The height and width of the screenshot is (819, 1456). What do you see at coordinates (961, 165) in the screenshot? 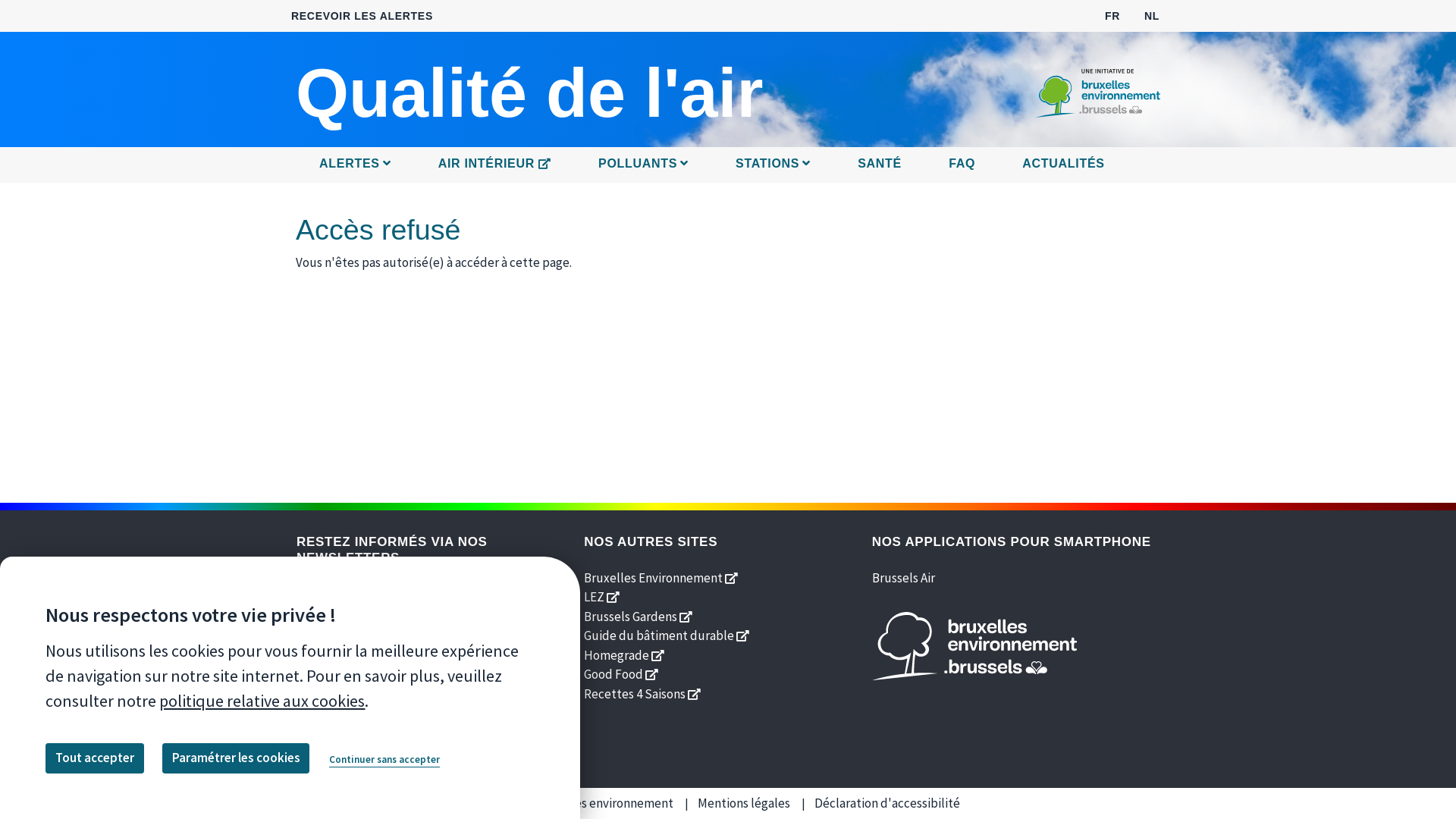
I see `'FAQ'` at bounding box center [961, 165].